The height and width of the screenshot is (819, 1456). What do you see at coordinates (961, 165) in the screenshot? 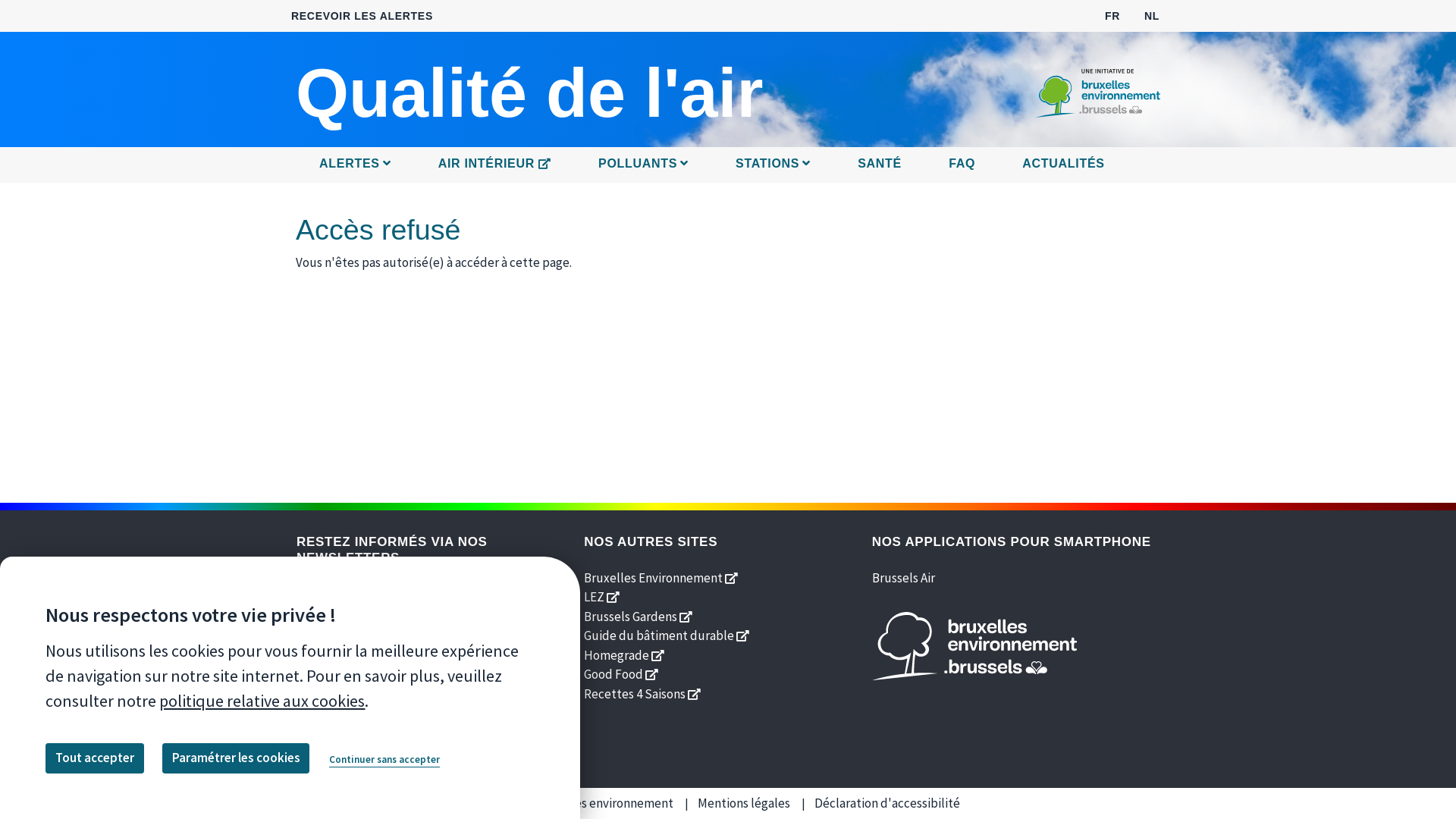
I see `'FAQ'` at bounding box center [961, 165].